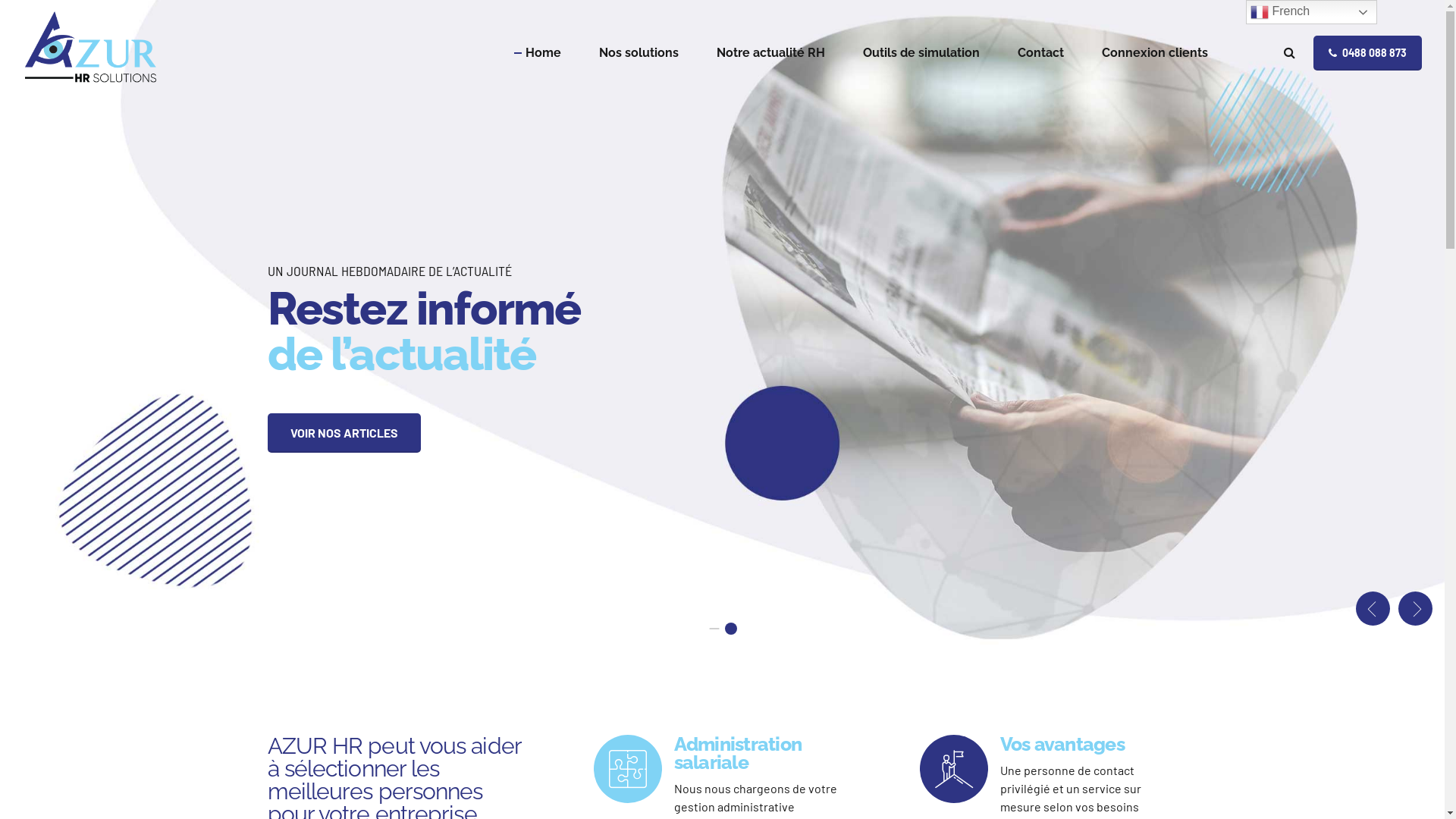 This screenshot has height=819, width=1456. Describe the element at coordinates (598, 52) in the screenshot. I see `'Nos solutions'` at that location.